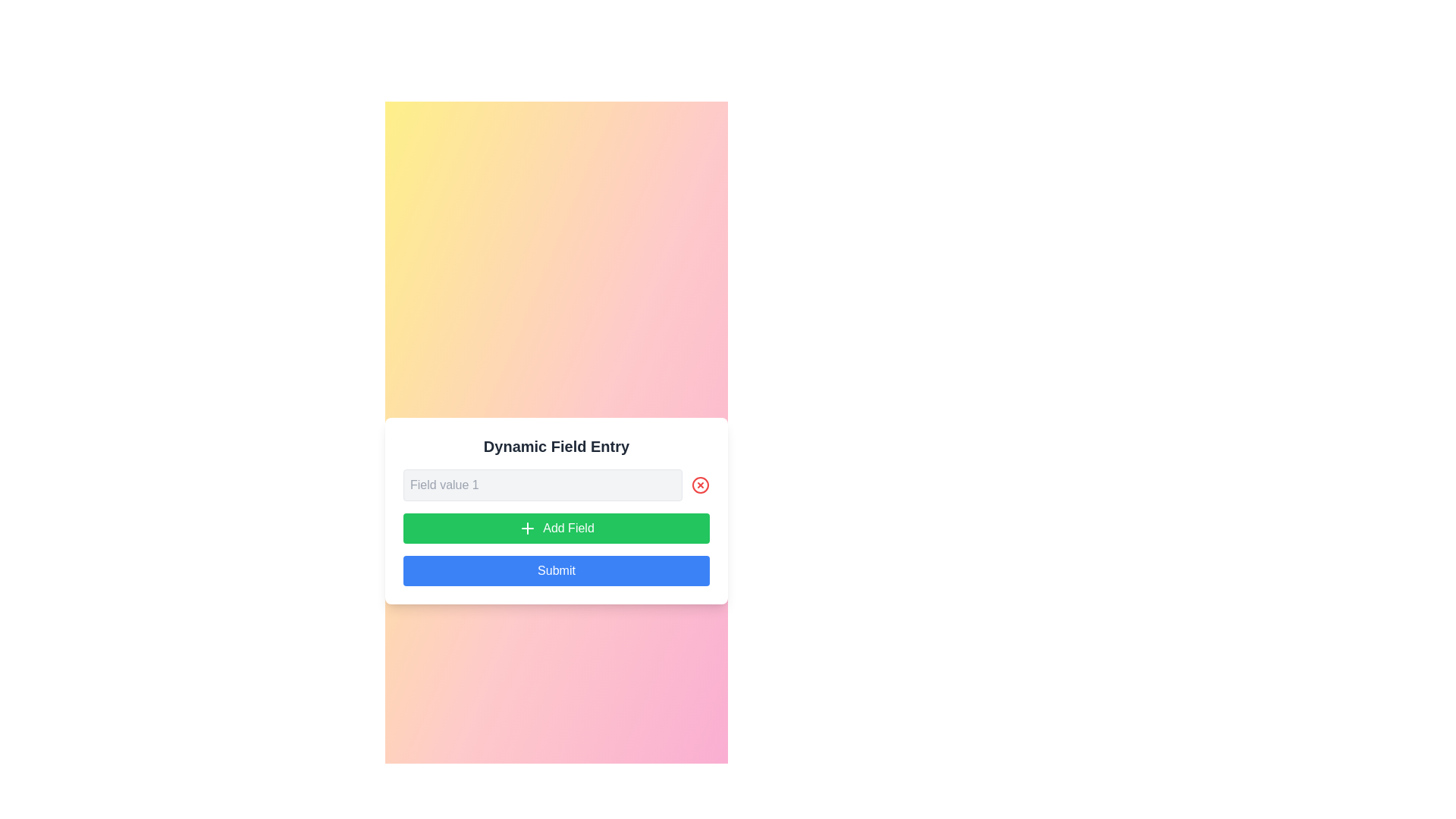 The image size is (1456, 819). What do you see at coordinates (556, 528) in the screenshot?
I see `the 'Add Field' button with a green background and white text, located just above the 'Submit' button` at bounding box center [556, 528].